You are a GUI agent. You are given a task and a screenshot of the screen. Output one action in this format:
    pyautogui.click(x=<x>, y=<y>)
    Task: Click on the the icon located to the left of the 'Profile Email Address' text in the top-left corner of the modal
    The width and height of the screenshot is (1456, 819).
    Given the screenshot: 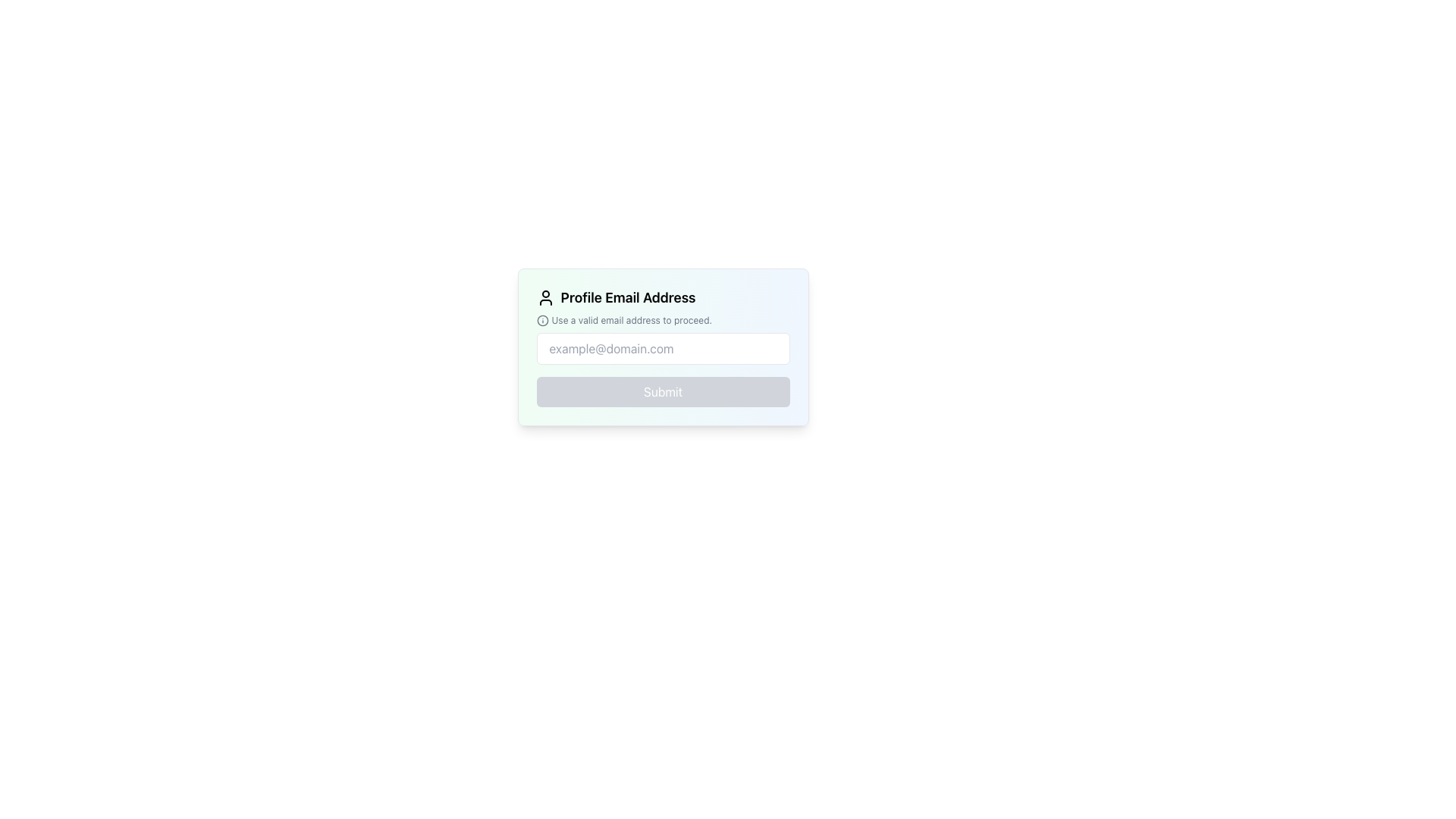 What is the action you would take?
    pyautogui.click(x=545, y=298)
    